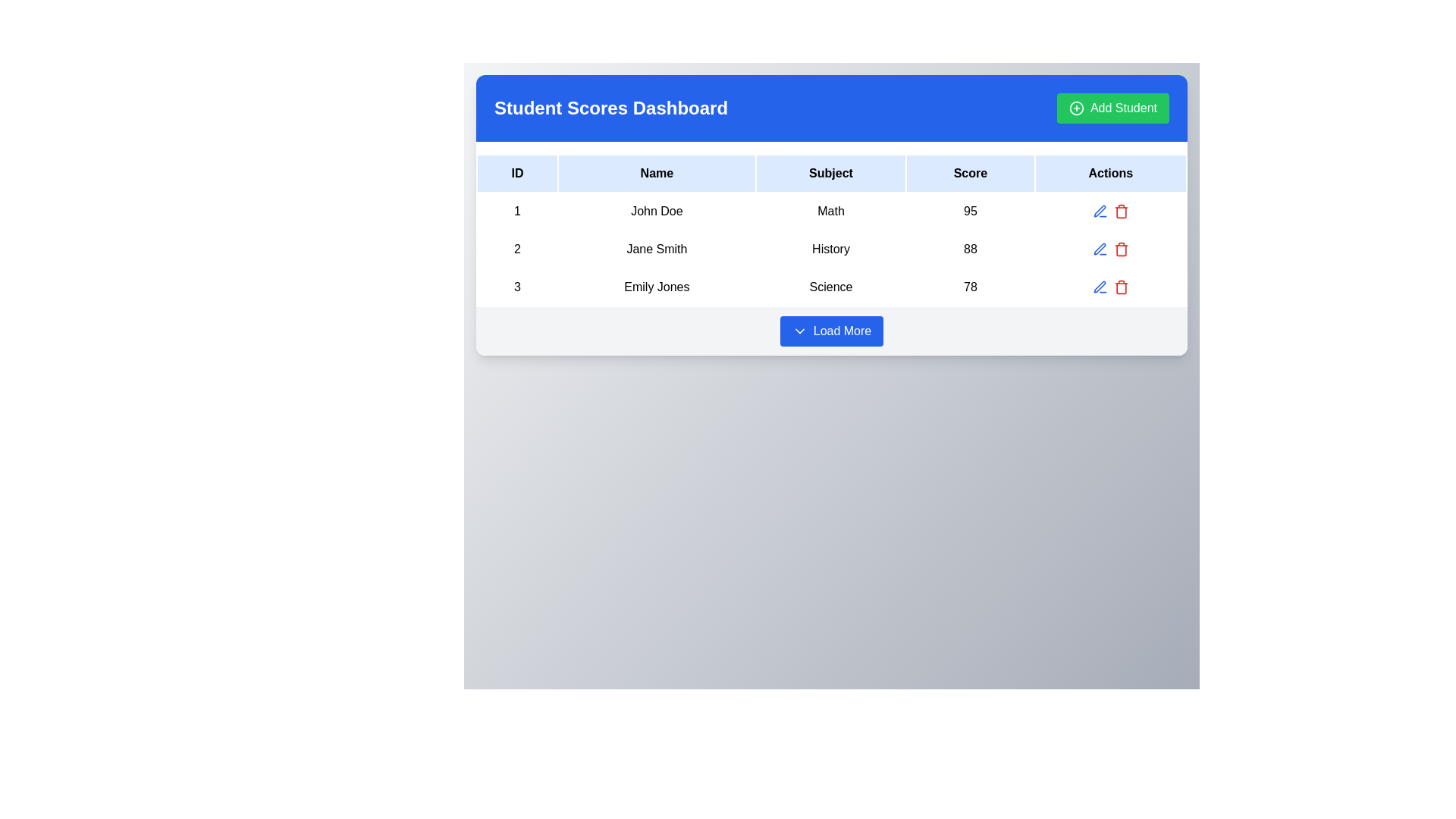 Image resolution: width=1456 pixels, height=819 pixels. I want to click on the text label 'Emily Jones' located in the third row of the table under the 'Name' column, so click(657, 287).